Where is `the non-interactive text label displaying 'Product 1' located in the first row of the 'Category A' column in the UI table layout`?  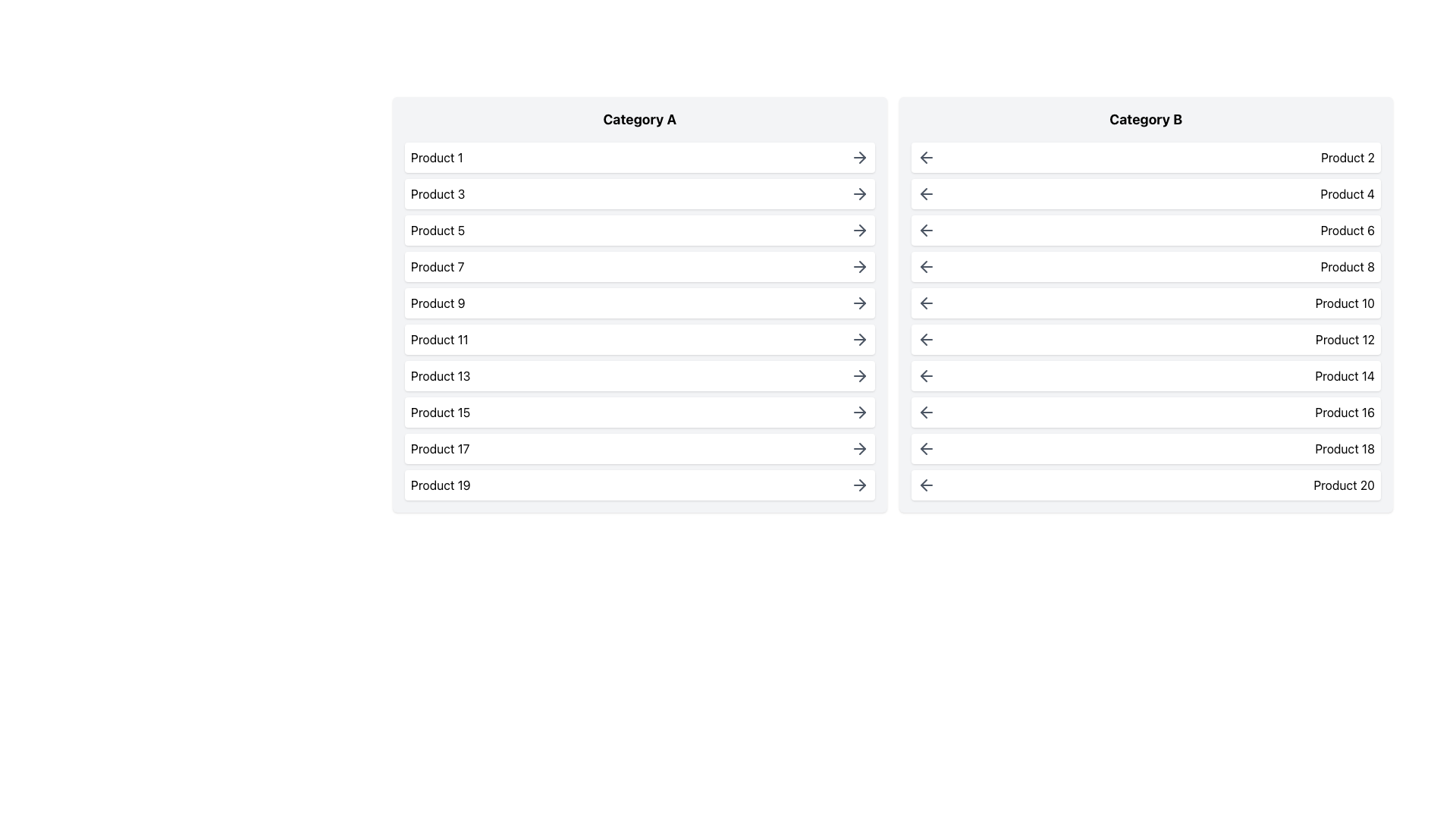
the non-interactive text label displaying 'Product 1' located in the first row of the 'Category A' column in the UI table layout is located at coordinates (436, 158).